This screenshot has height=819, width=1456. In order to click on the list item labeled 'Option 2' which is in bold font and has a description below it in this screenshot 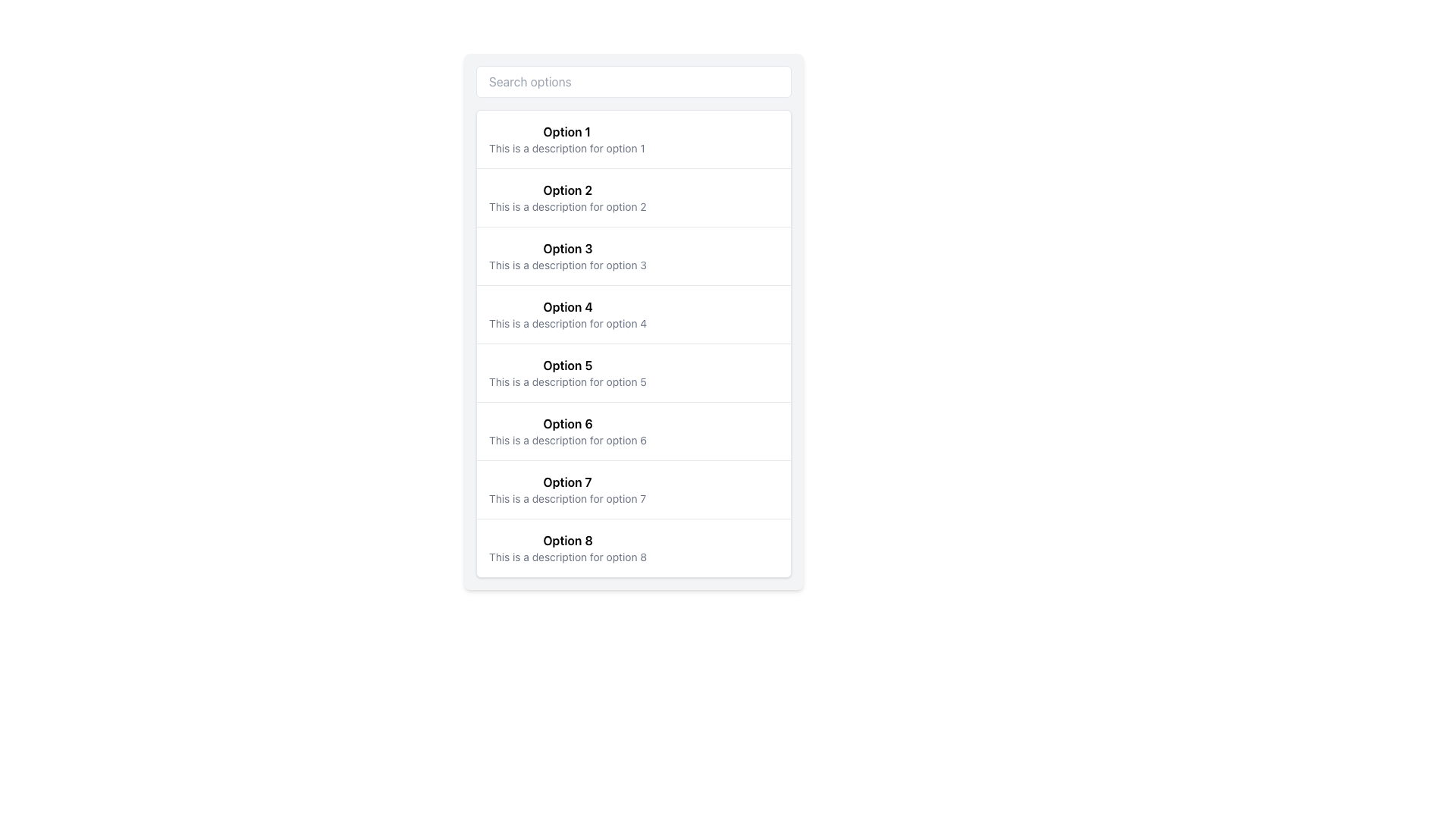, I will do `click(633, 196)`.